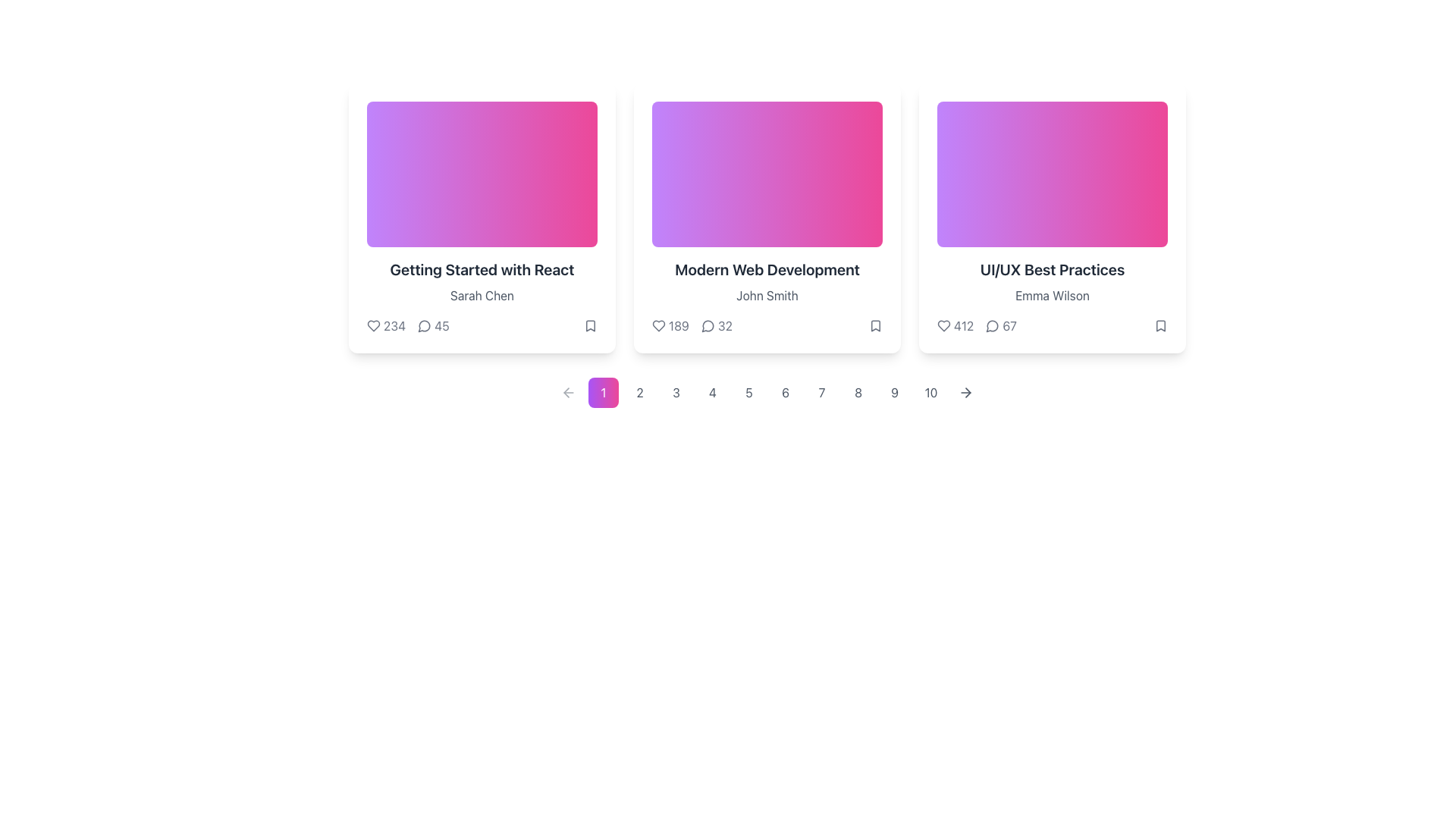 This screenshot has width=1456, height=819. I want to click on the circular button labeled with '10' to change its background color, which is styled with a minimalistic aesthetic and has a transition effect on hover, so click(930, 391).